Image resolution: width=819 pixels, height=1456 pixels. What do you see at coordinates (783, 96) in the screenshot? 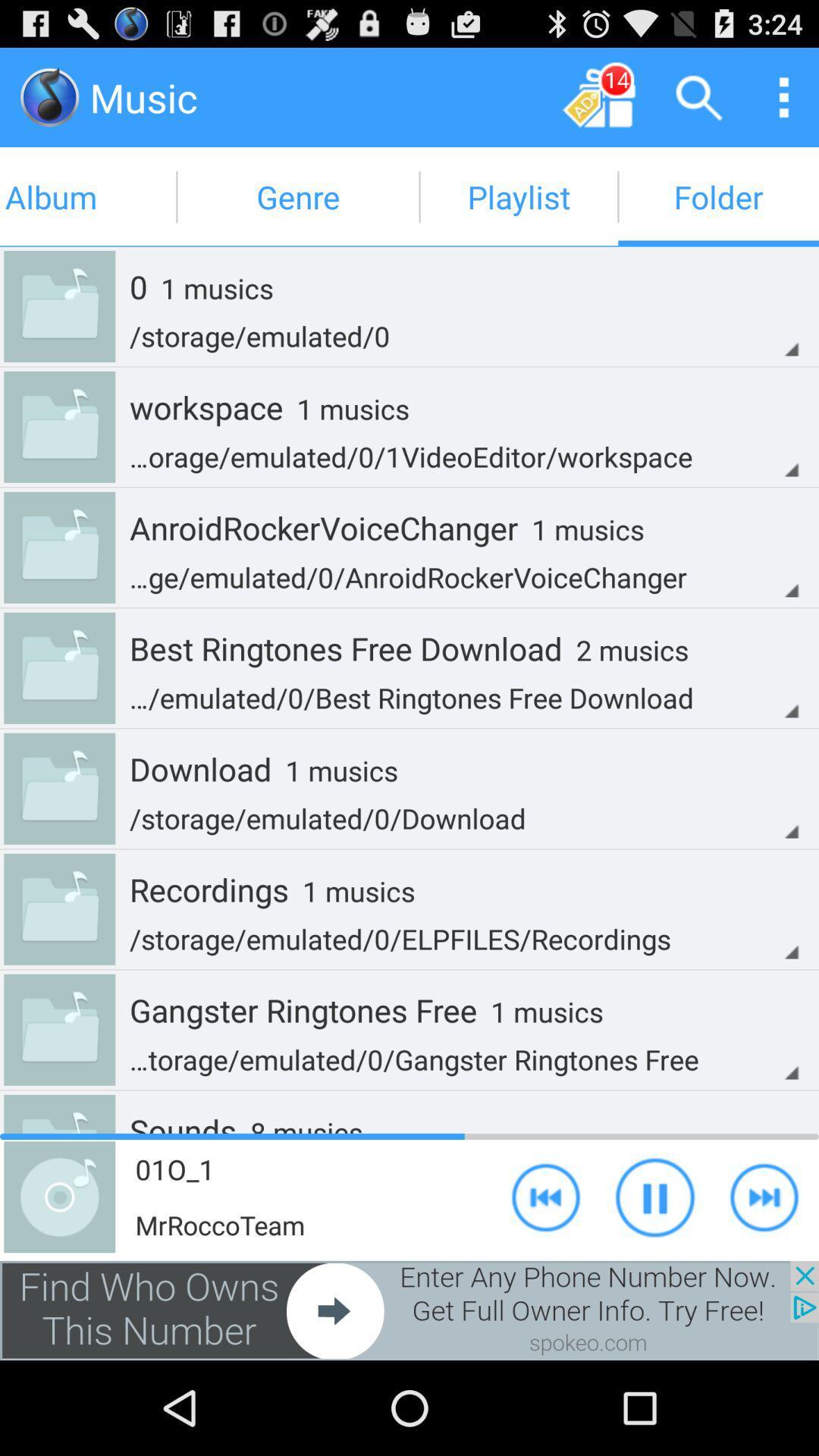
I see `more actions` at bounding box center [783, 96].